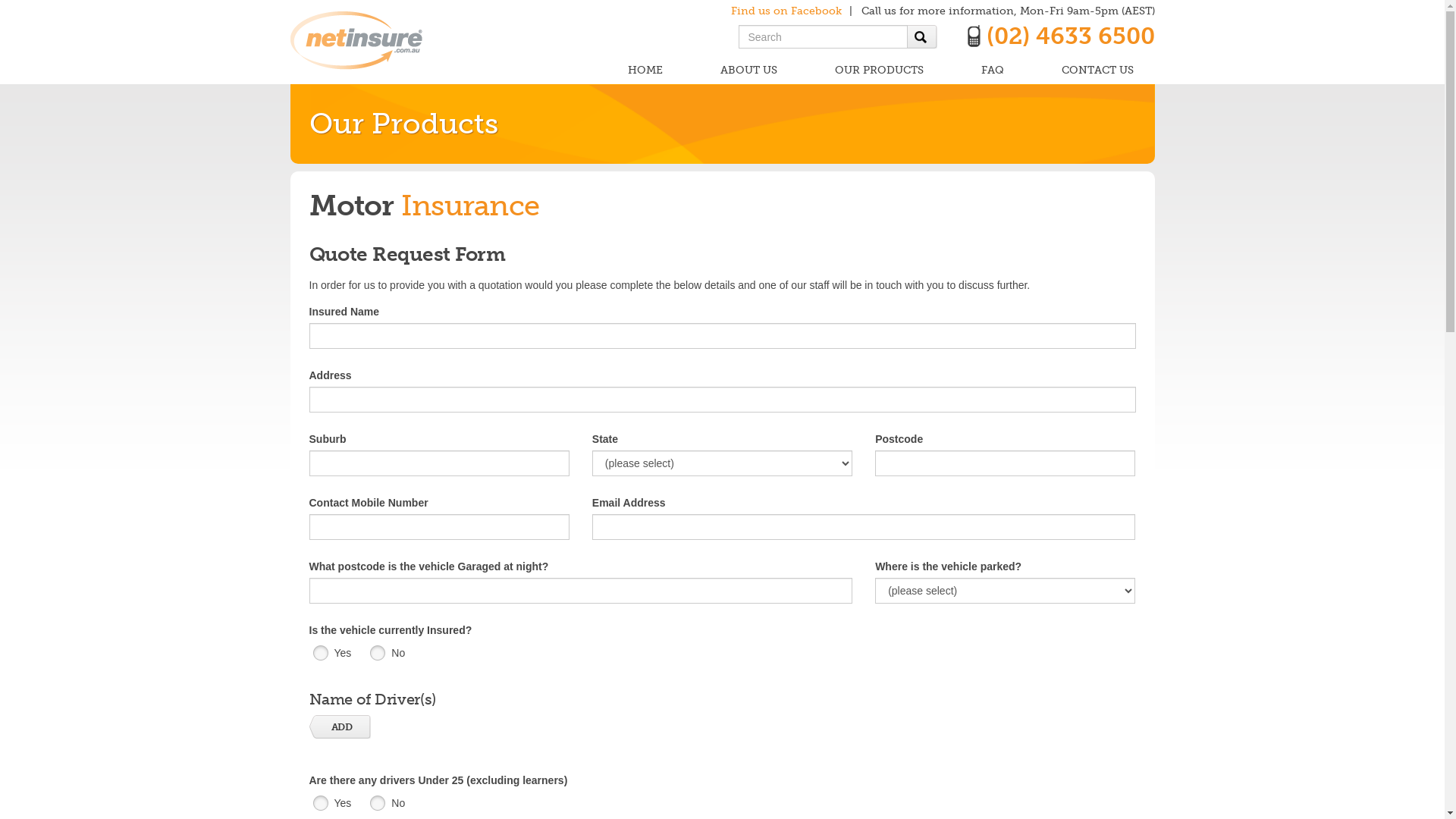 This screenshot has width=1456, height=819. I want to click on 'CONTACT US', so click(1040, 70).